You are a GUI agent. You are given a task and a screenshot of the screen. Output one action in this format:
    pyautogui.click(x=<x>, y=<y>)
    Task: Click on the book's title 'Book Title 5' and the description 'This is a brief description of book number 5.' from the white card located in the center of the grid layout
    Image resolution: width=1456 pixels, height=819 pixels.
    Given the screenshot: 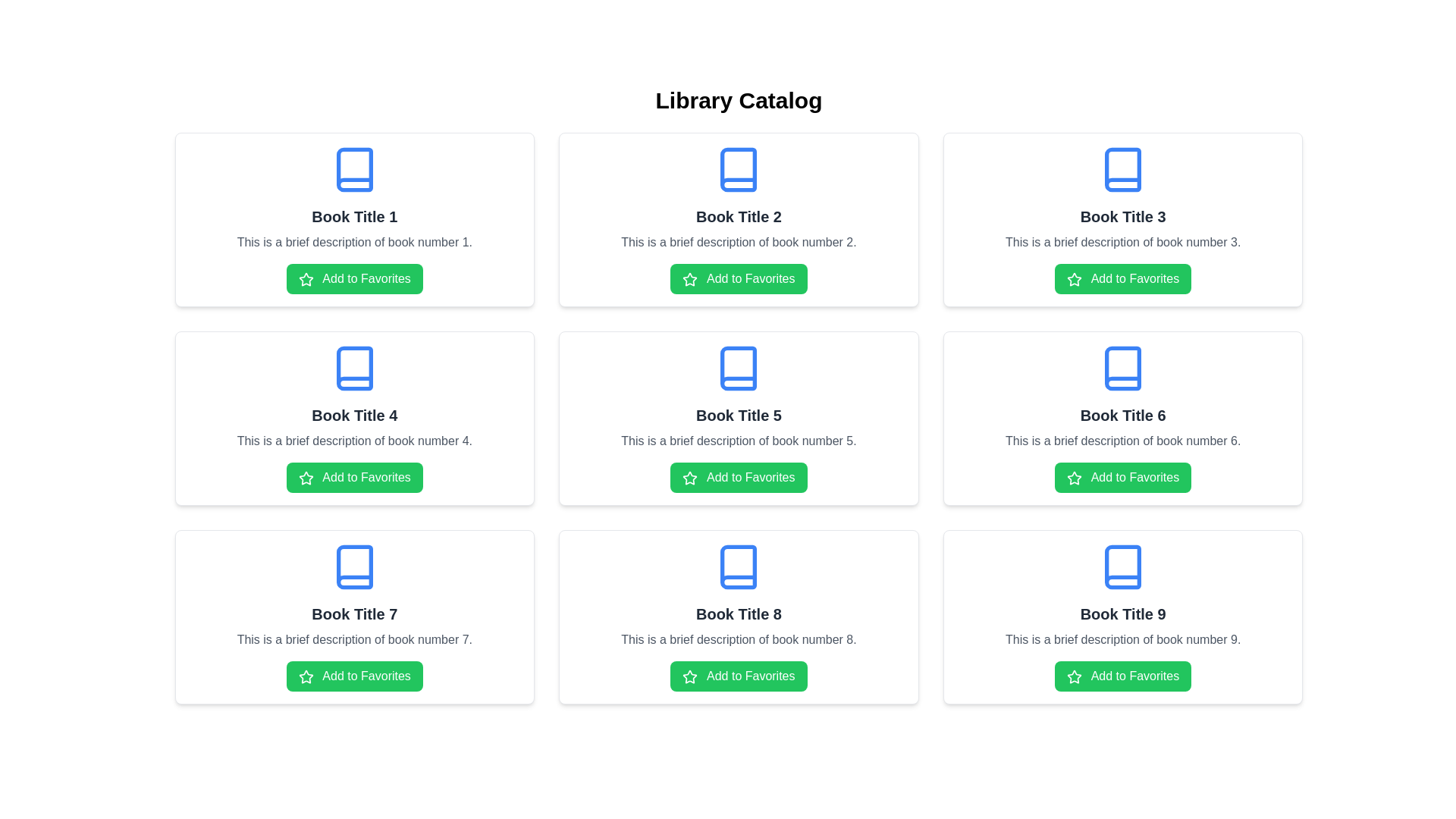 What is the action you would take?
    pyautogui.click(x=739, y=418)
    